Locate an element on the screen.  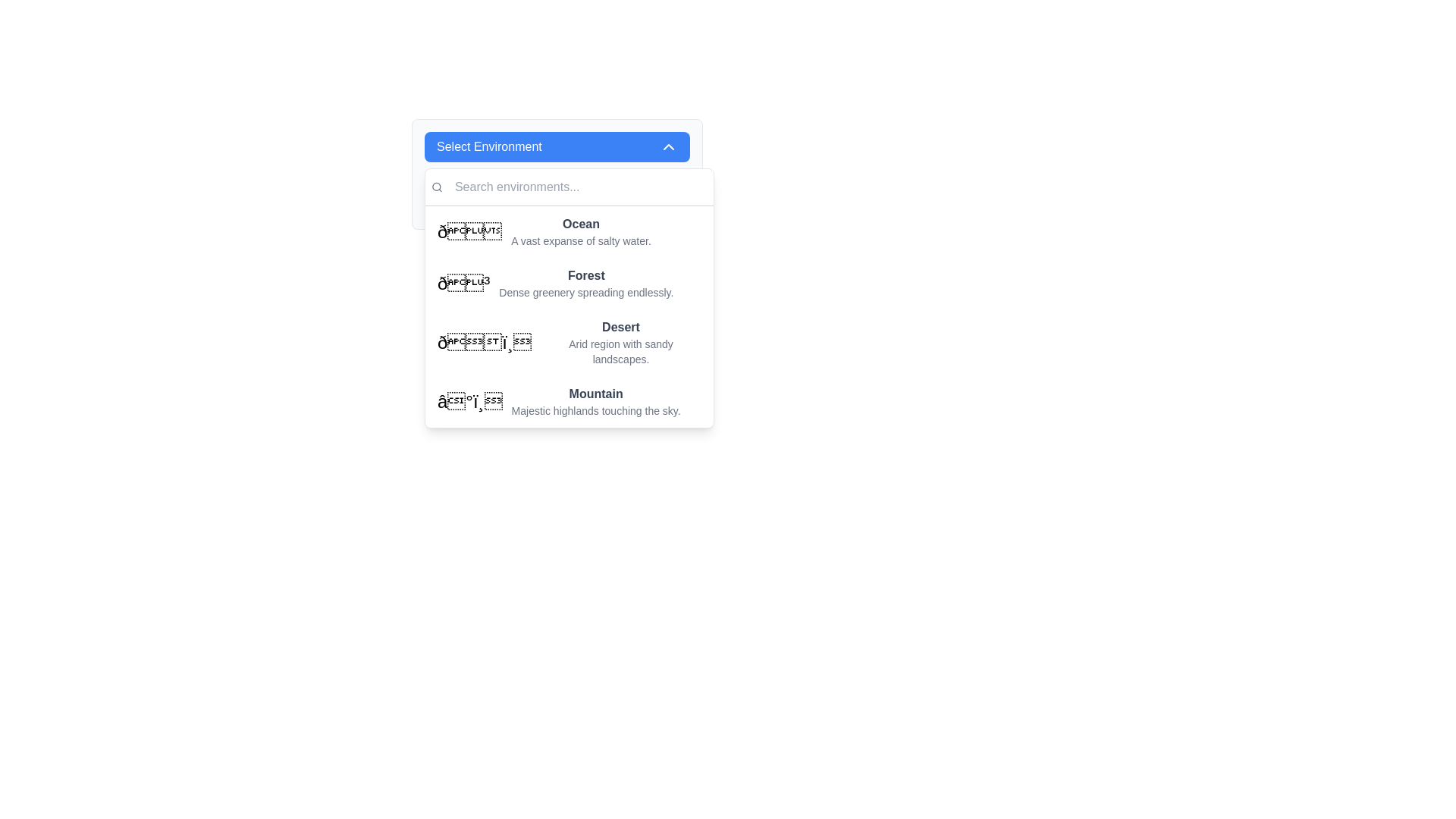
the second item in the dropdown menu is located at coordinates (554, 284).